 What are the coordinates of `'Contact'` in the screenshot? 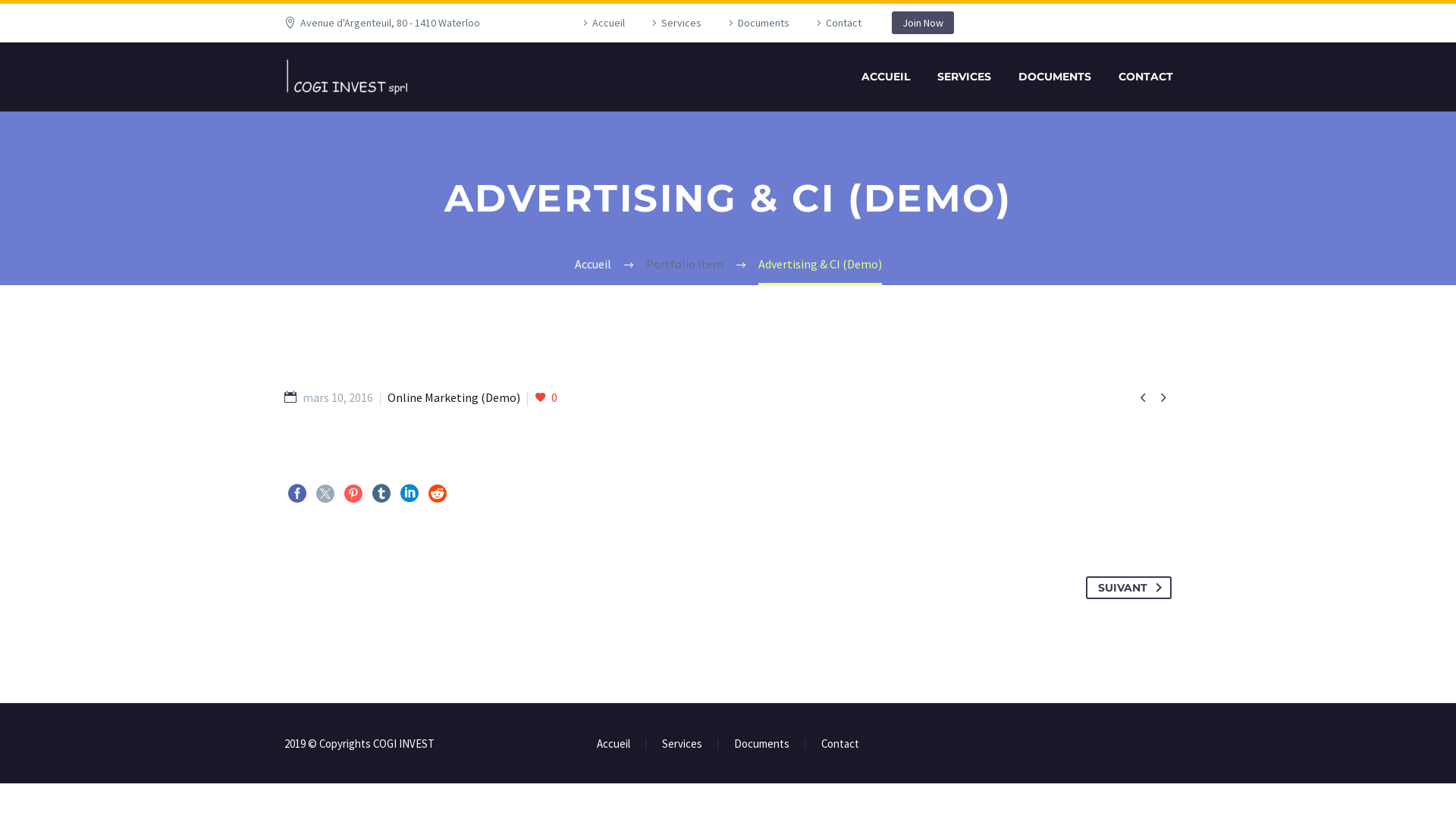 It's located at (821, 743).